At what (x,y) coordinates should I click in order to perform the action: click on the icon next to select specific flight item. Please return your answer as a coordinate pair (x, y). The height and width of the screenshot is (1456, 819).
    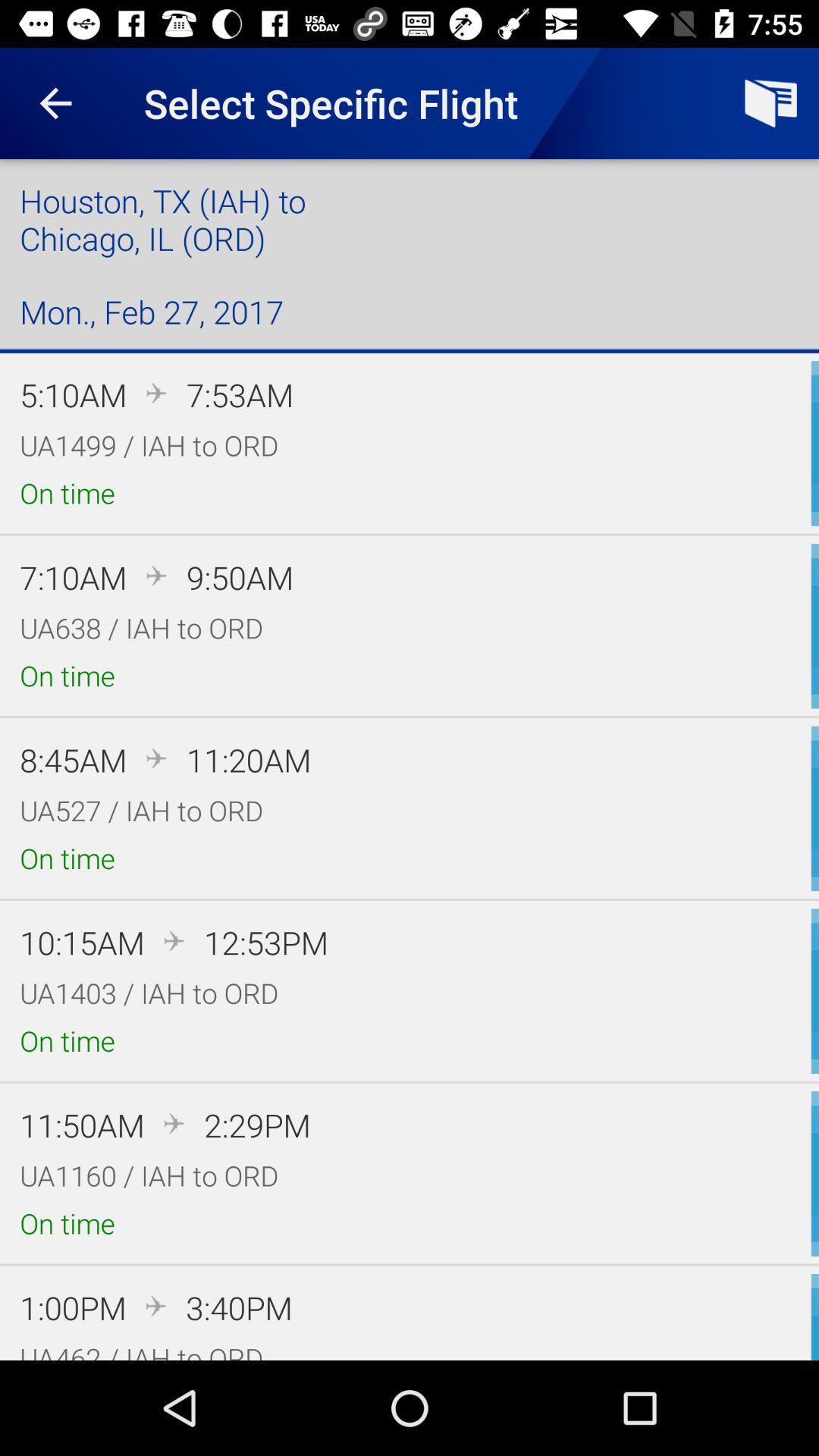
    Looking at the image, I should click on (771, 102).